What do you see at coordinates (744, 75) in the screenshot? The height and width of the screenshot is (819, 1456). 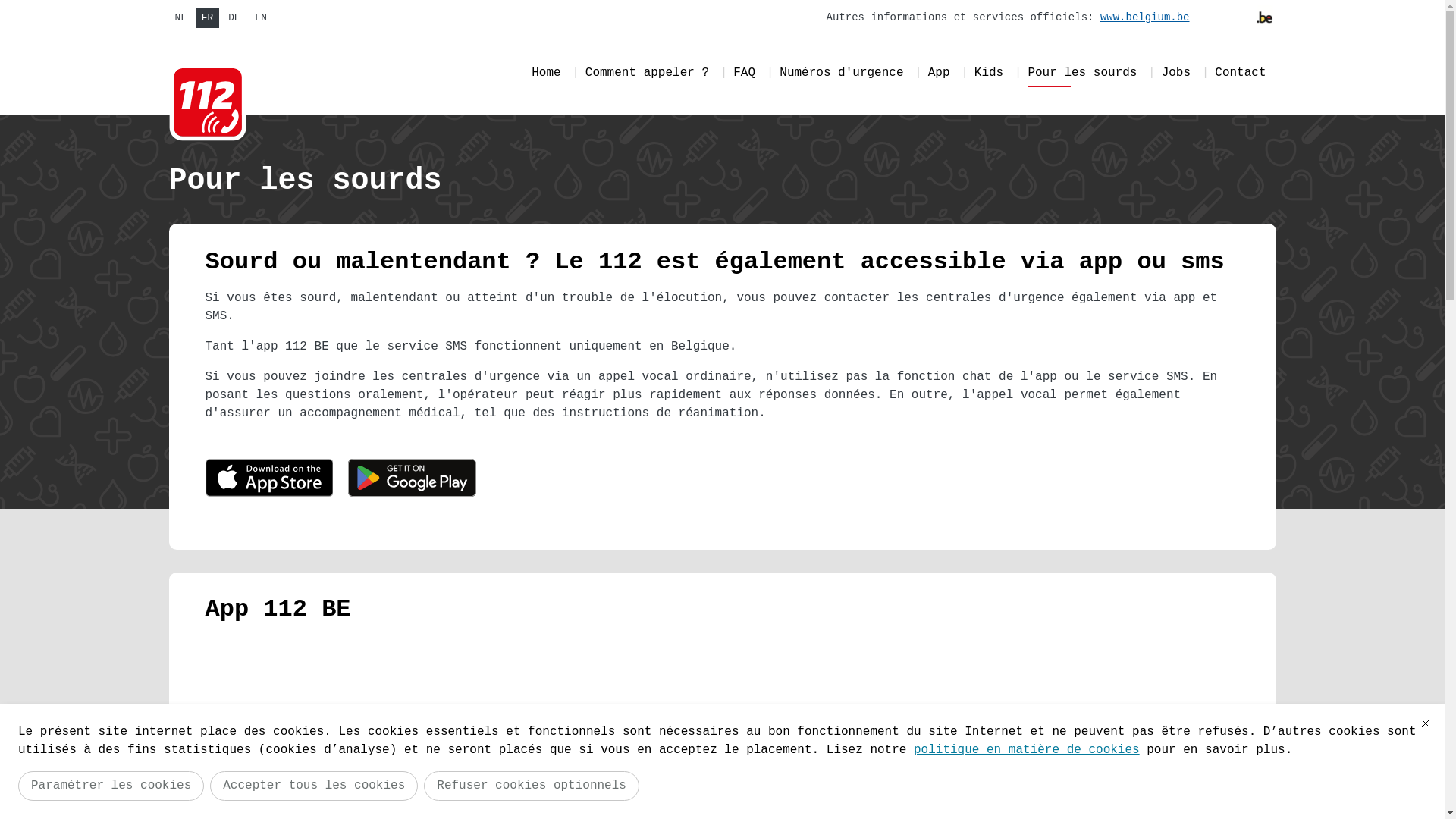 I see `'FAQ'` at bounding box center [744, 75].